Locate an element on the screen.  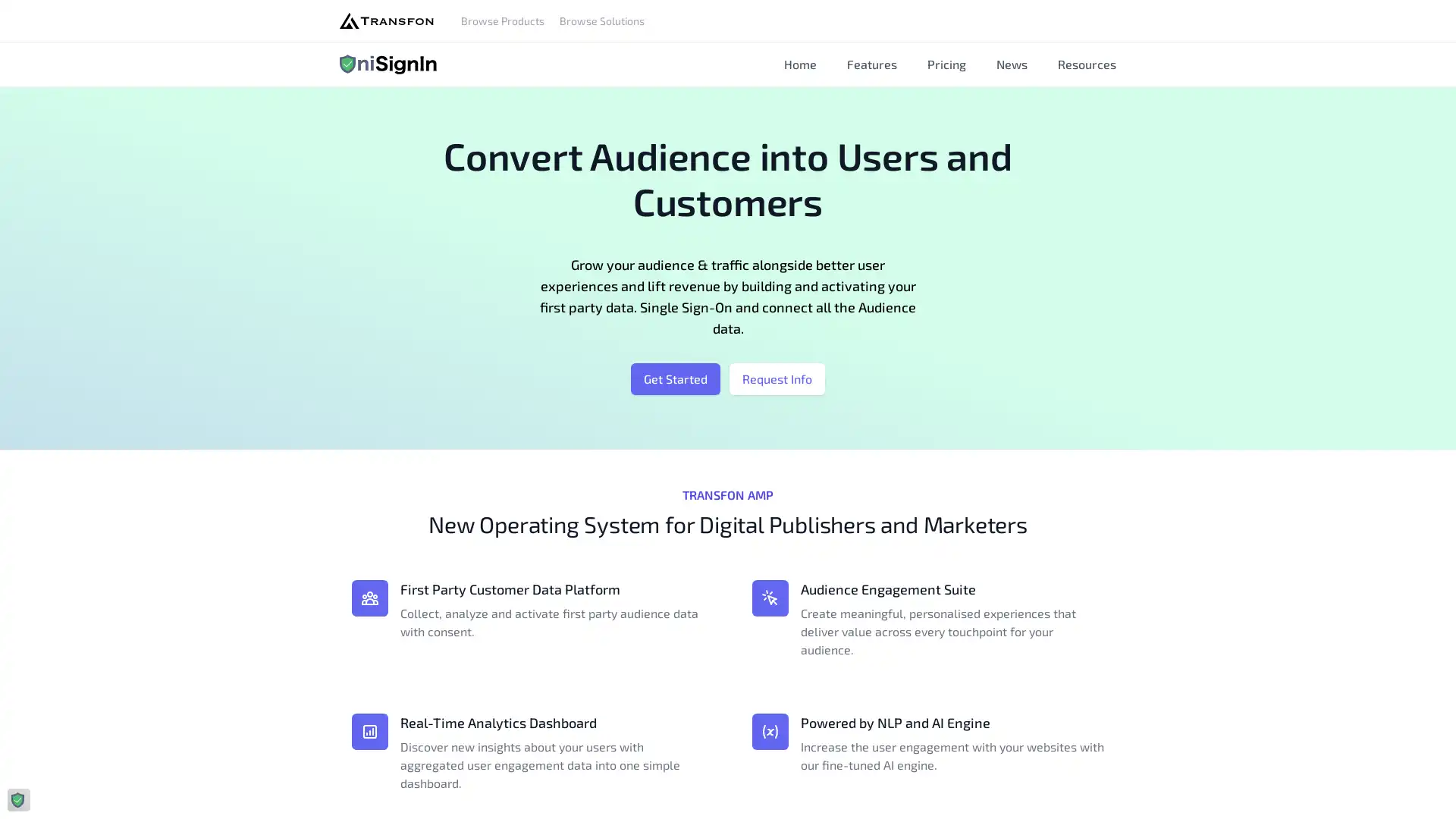
Do Not Sell My Data is located at coordinates (102, 791).